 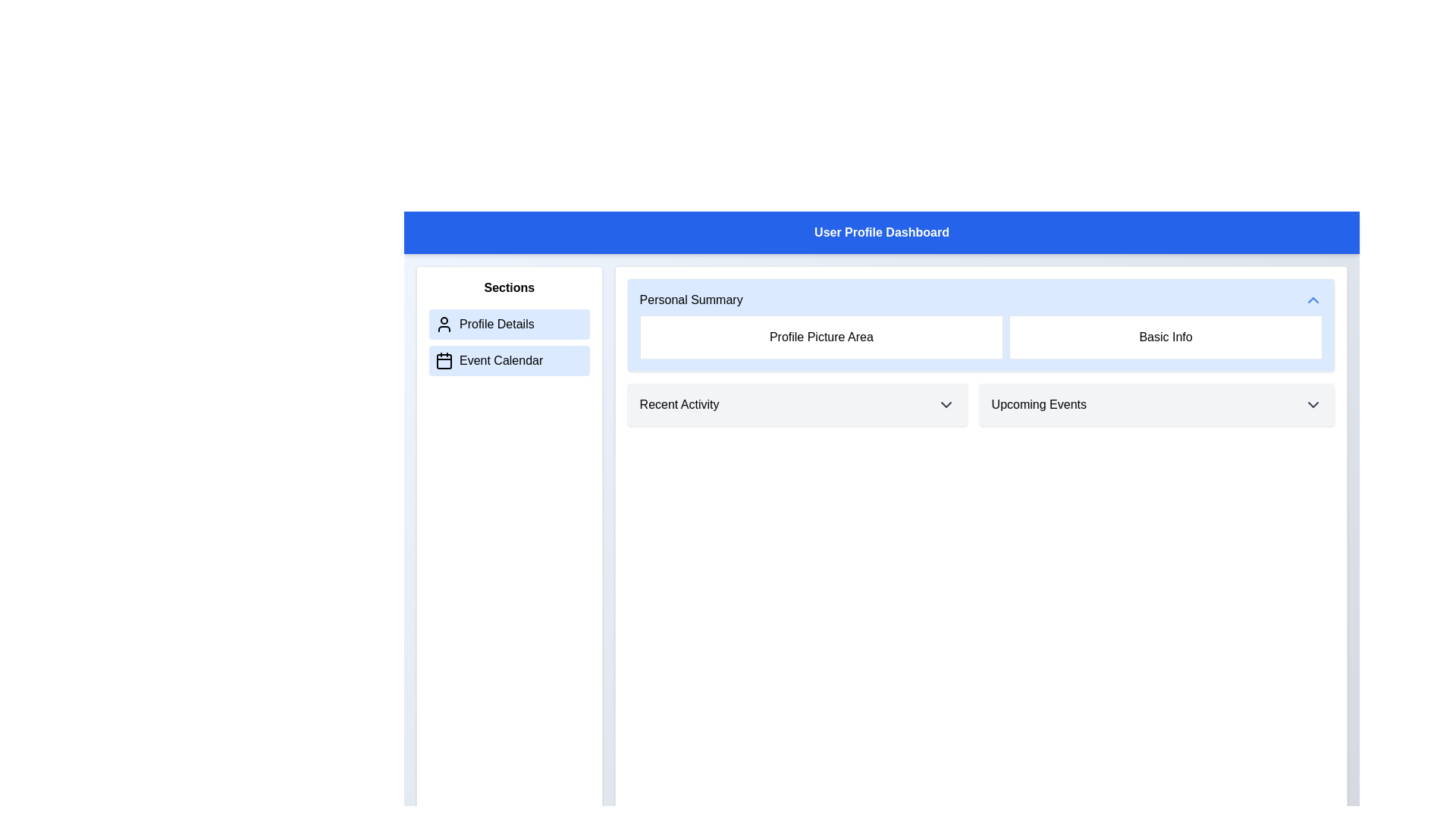 I want to click on the user profile details icon located at the leftmost side of the dashboard, adjacent to the 'Profile Details' label, so click(x=443, y=324).